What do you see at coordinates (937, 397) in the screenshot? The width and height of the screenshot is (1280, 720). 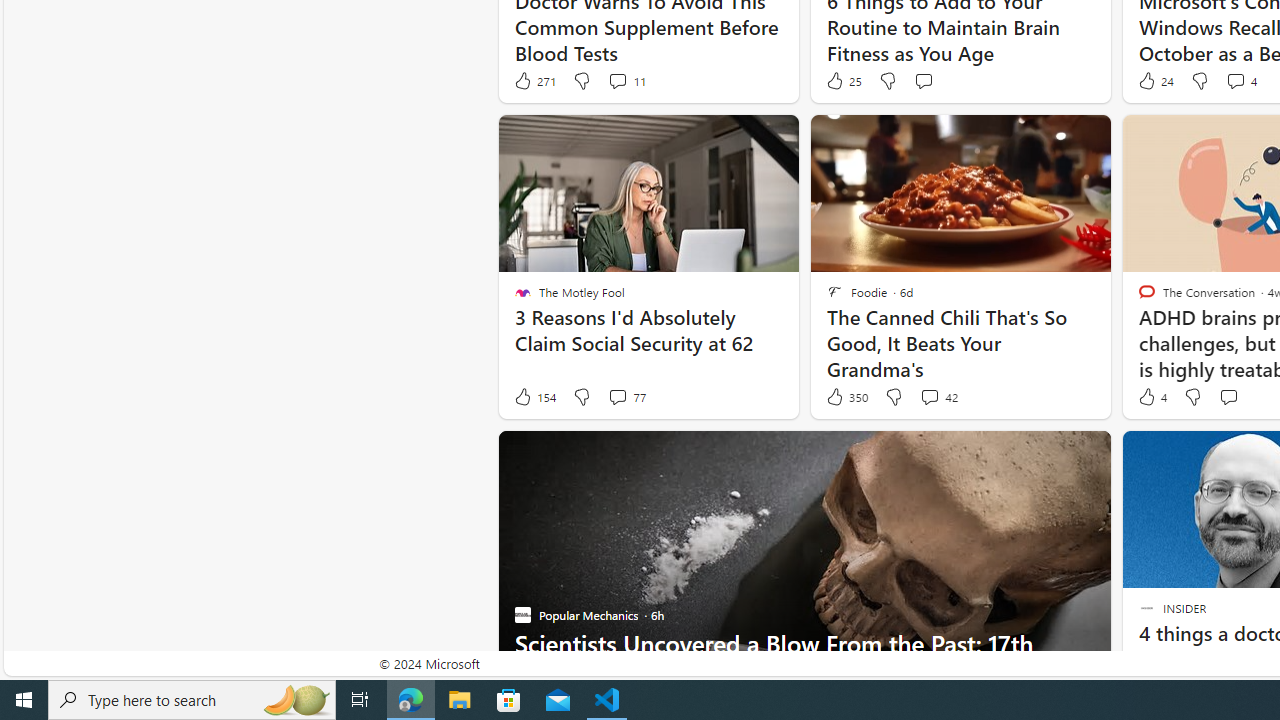 I see `'View comments 42 Comment'` at bounding box center [937, 397].